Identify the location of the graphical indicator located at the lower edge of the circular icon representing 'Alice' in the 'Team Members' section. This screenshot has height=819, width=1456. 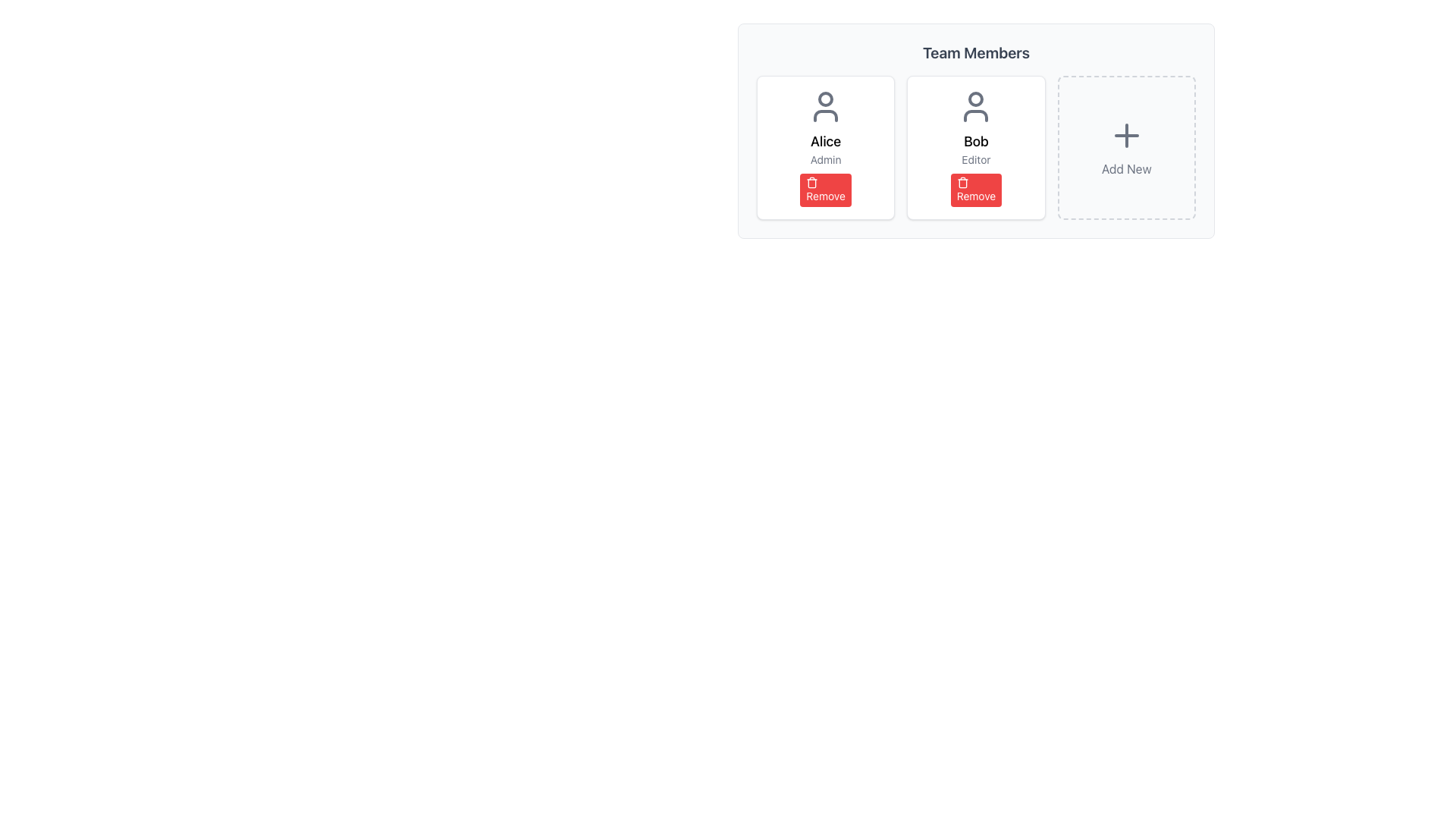
(825, 115).